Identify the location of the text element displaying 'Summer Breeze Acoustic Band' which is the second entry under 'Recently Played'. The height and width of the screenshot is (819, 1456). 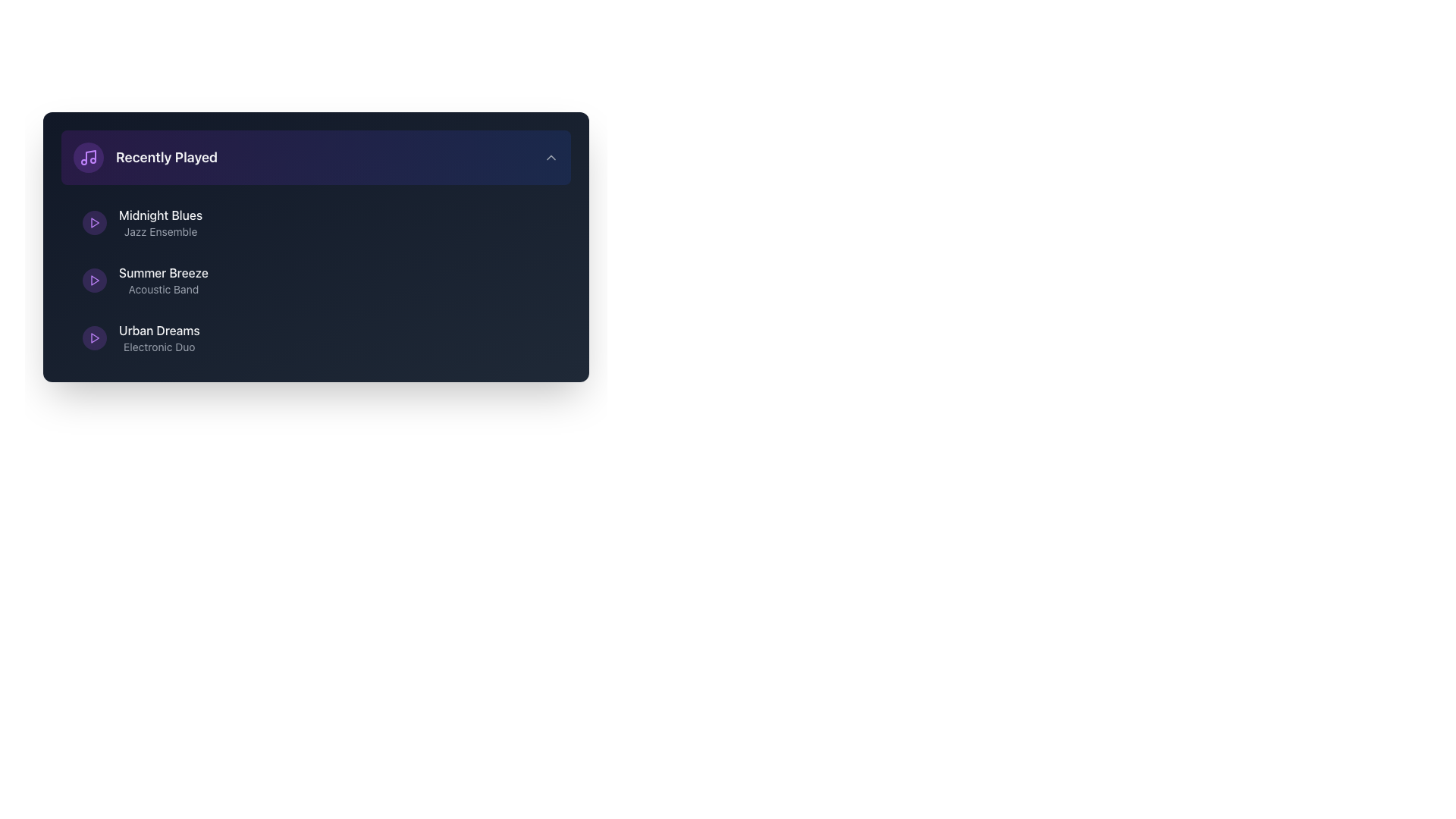
(145, 281).